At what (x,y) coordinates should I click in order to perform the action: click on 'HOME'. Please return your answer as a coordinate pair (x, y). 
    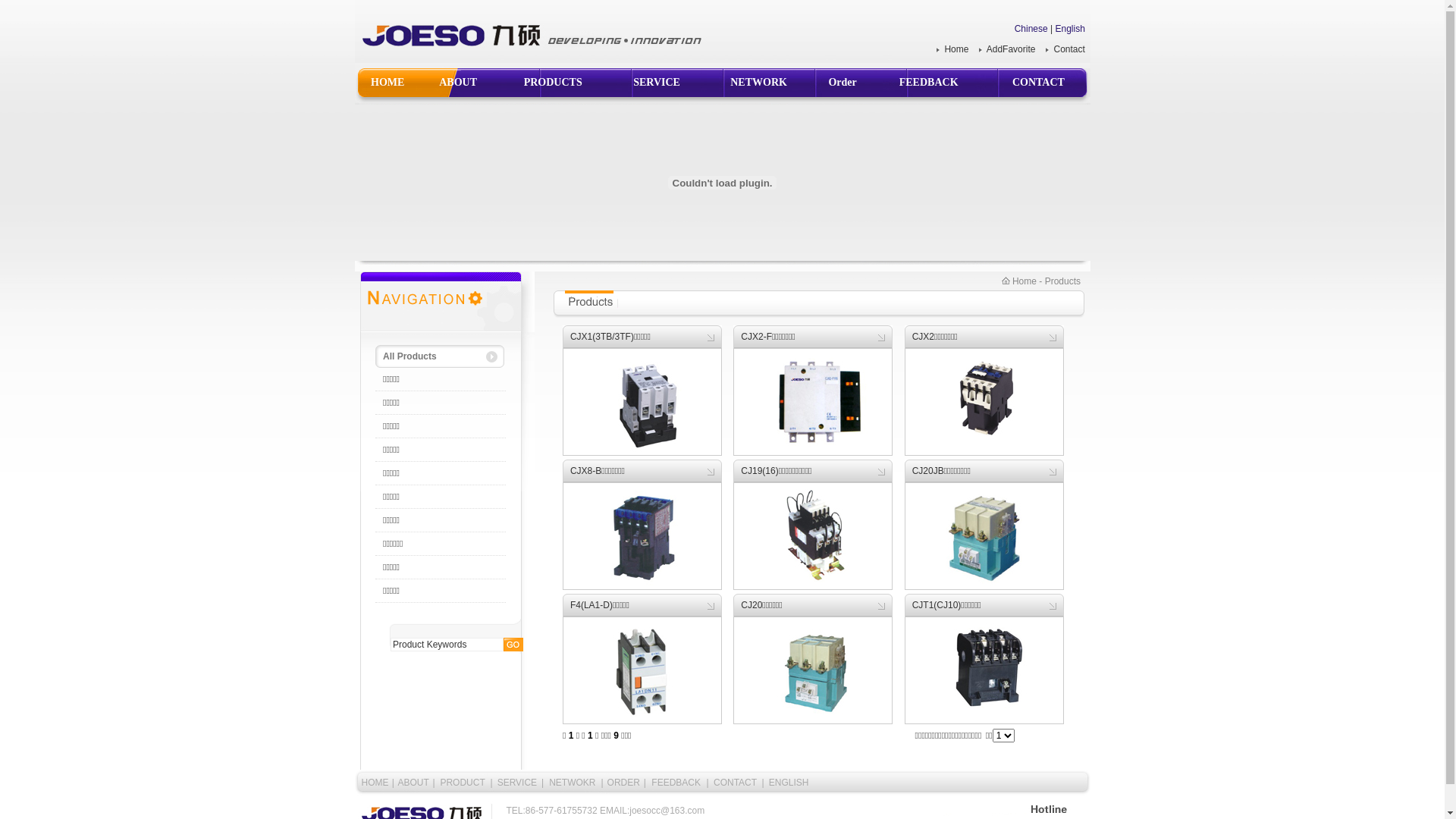
    Looking at the image, I should click on (387, 77).